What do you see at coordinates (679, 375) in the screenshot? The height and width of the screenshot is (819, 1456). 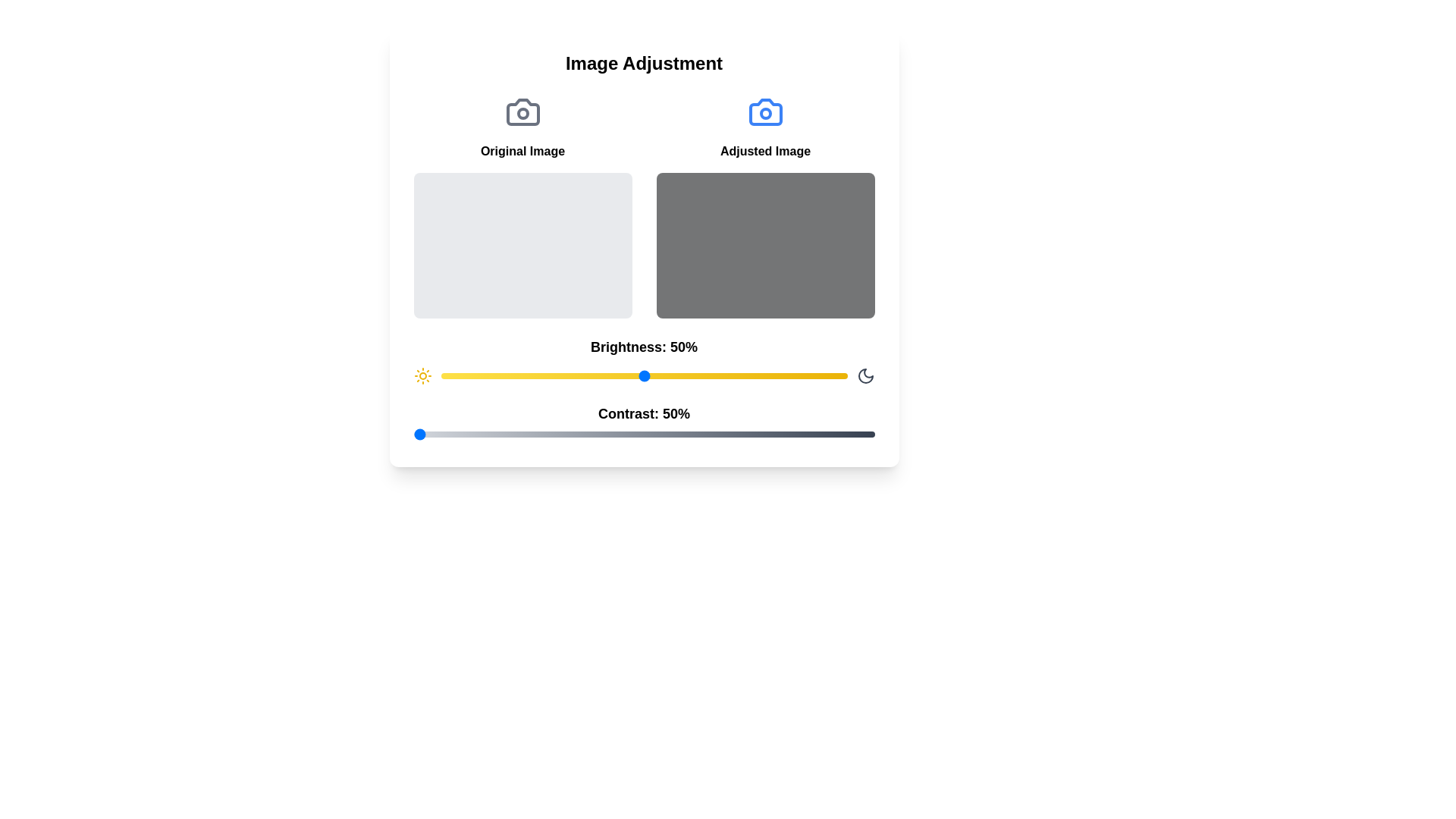 I see `the brightness` at bounding box center [679, 375].